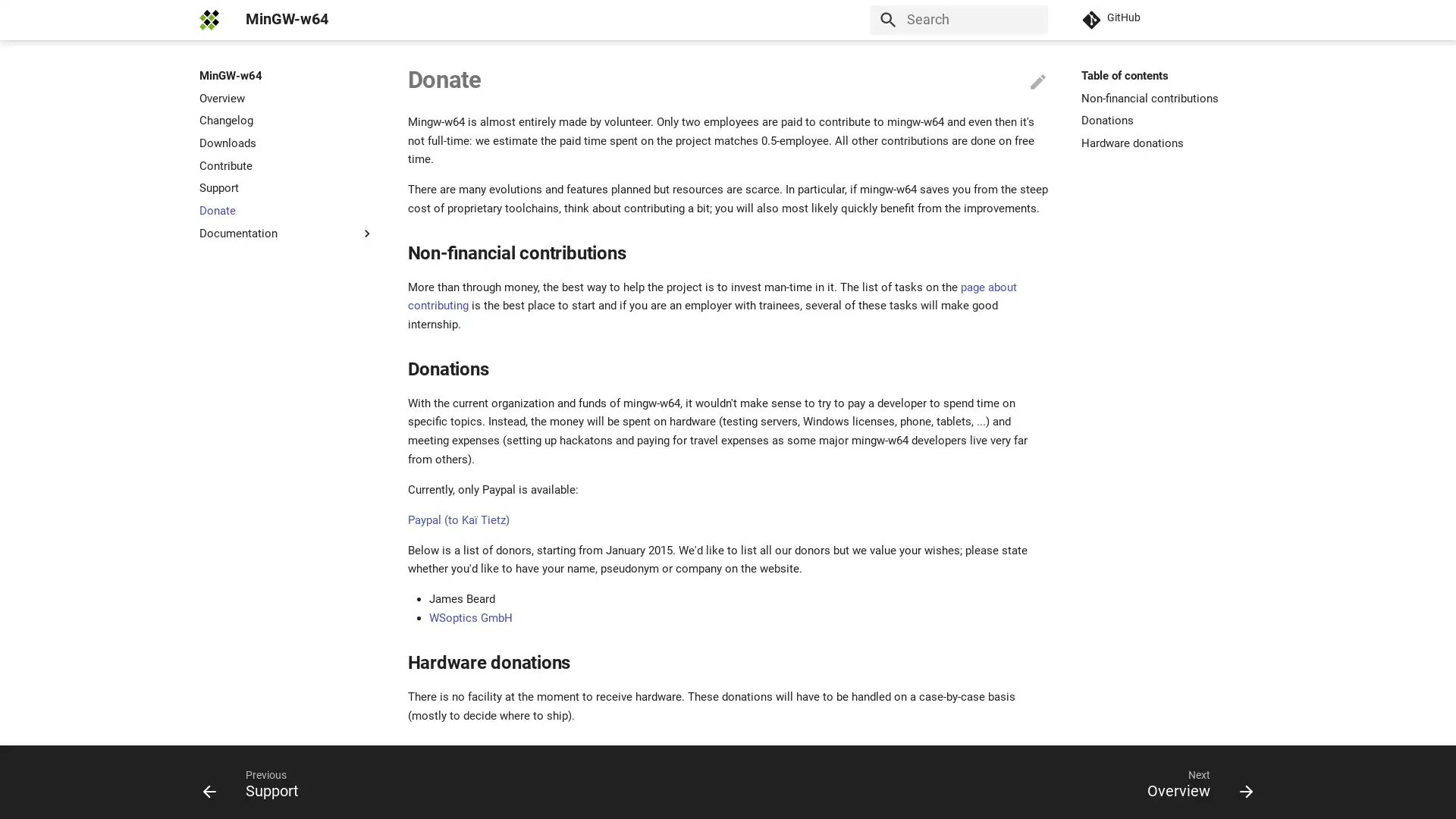 The image size is (1456, 819). Describe the element at coordinates (1030, 20) in the screenshot. I see `Clear` at that location.